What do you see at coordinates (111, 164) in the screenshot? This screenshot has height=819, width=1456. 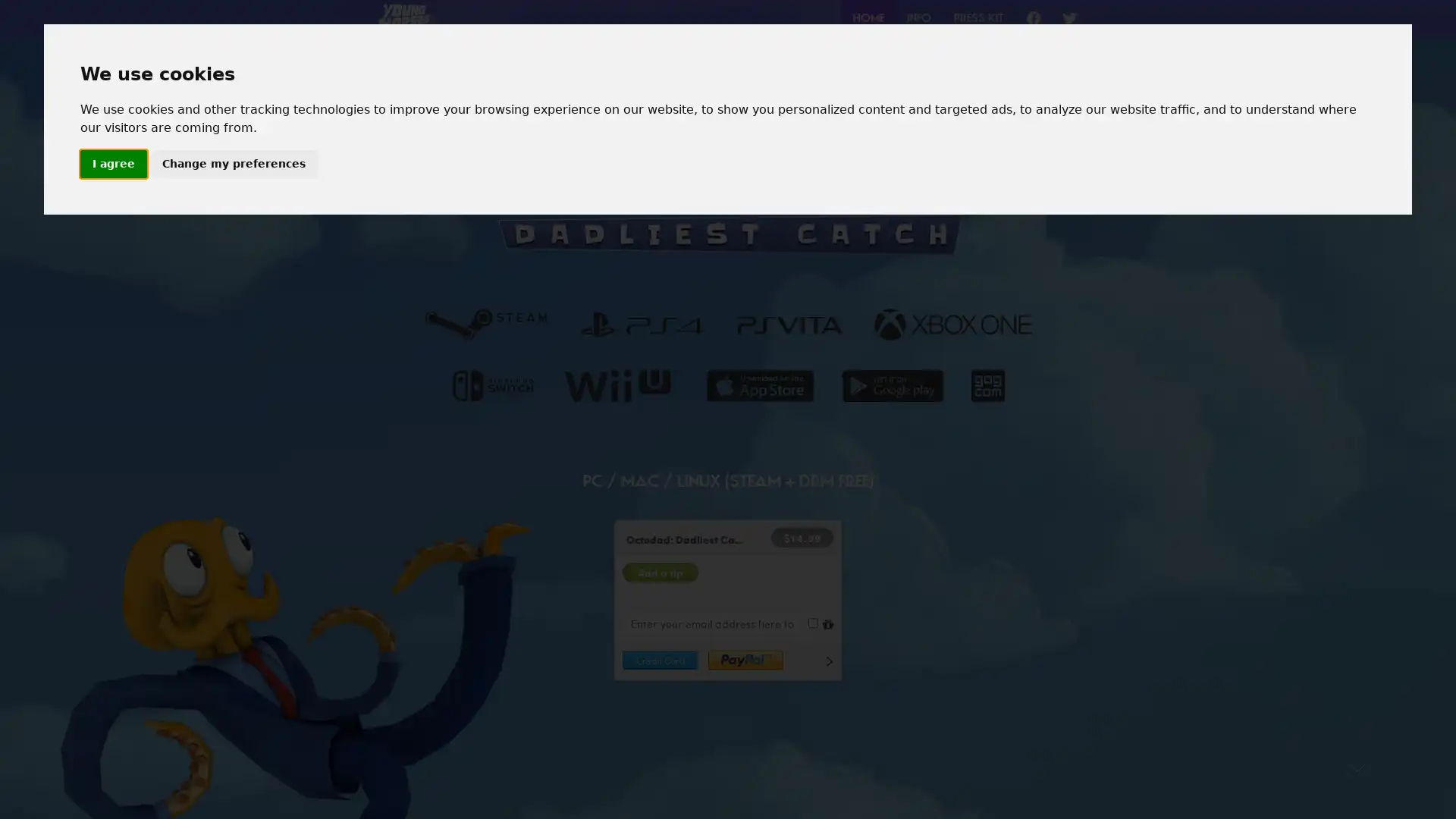 I see `I agree` at bounding box center [111, 164].